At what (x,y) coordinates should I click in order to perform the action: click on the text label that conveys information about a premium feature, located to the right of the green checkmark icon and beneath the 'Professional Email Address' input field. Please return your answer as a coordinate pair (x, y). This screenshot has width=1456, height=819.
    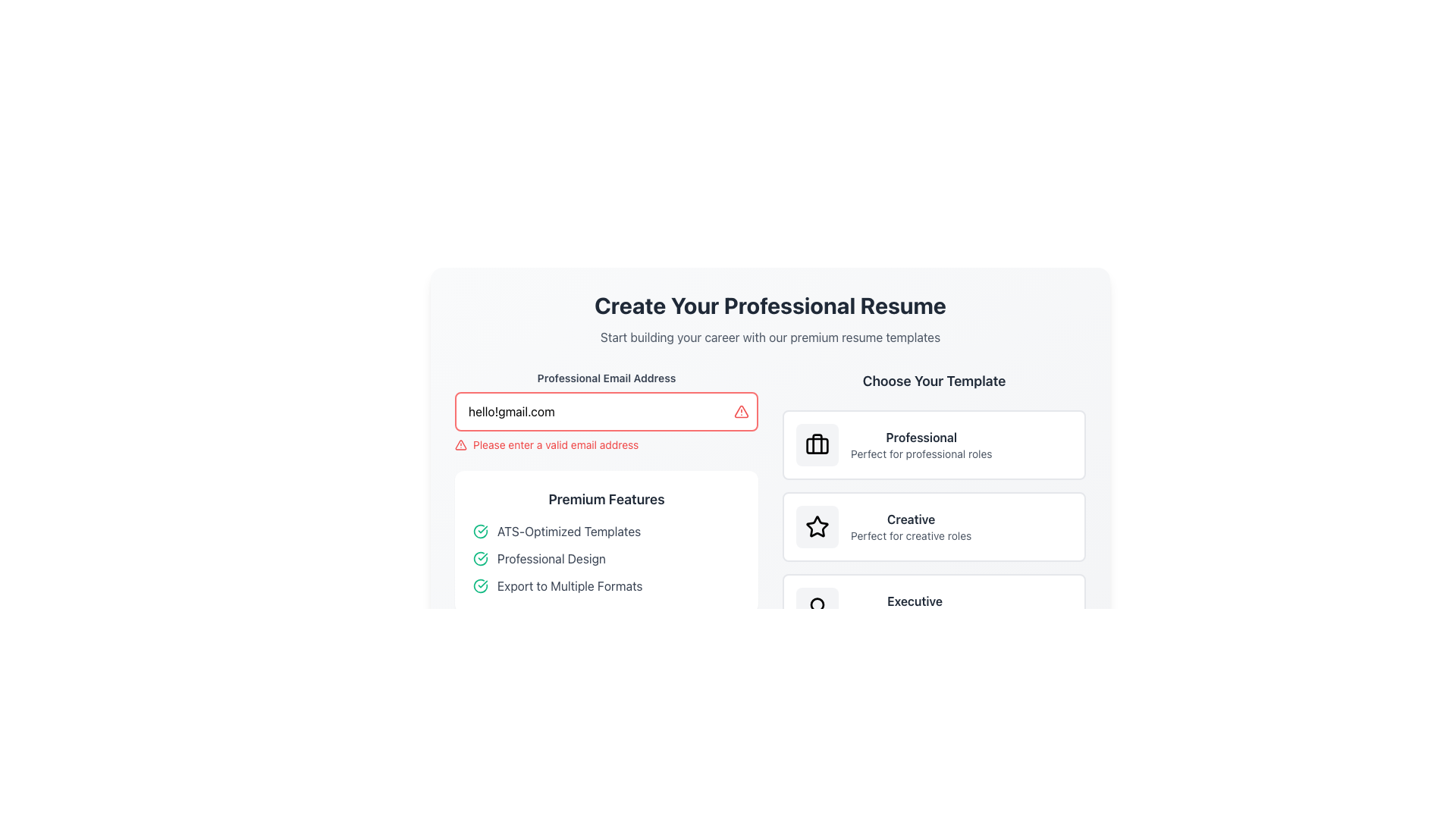
    Looking at the image, I should click on (551, 558).